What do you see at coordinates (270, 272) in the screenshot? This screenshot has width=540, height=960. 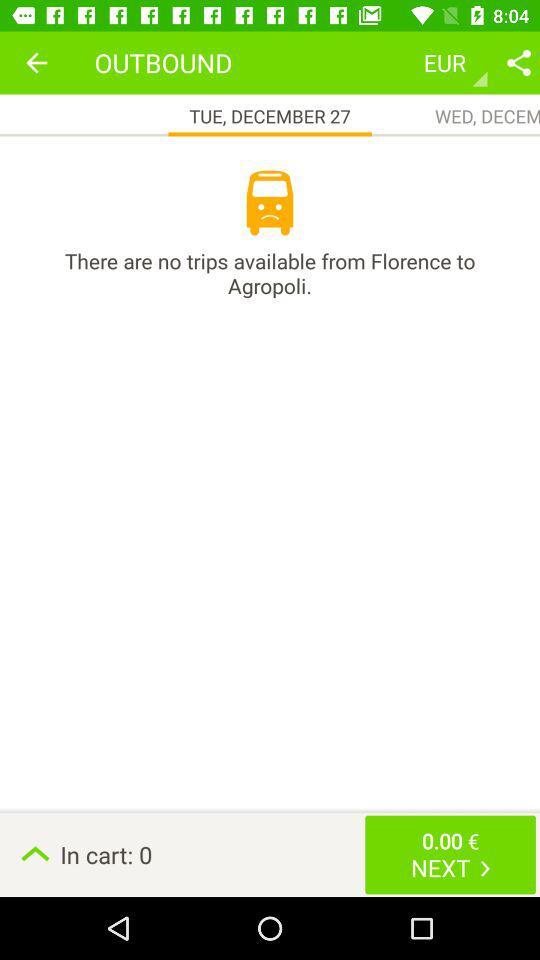 I see `there are no icon` at bounding box center [270, 272].